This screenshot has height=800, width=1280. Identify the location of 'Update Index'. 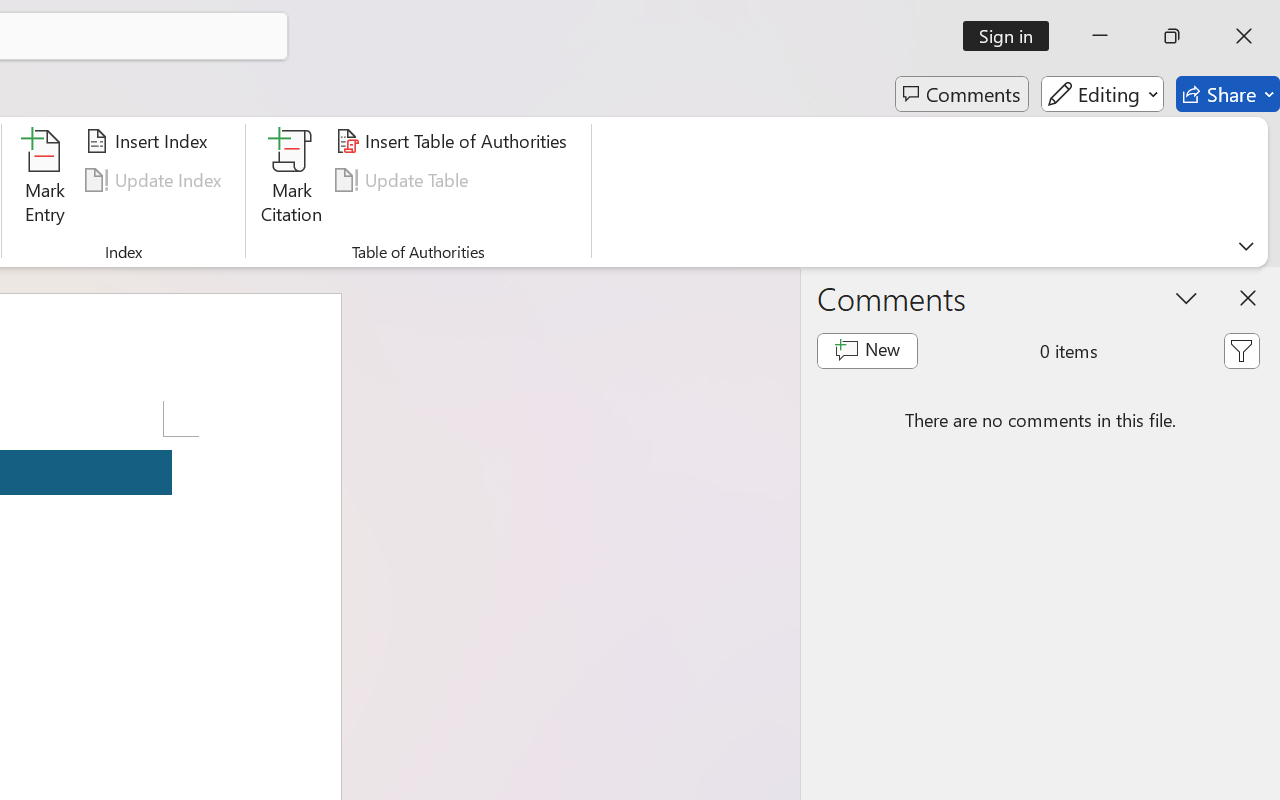
(155, 179).